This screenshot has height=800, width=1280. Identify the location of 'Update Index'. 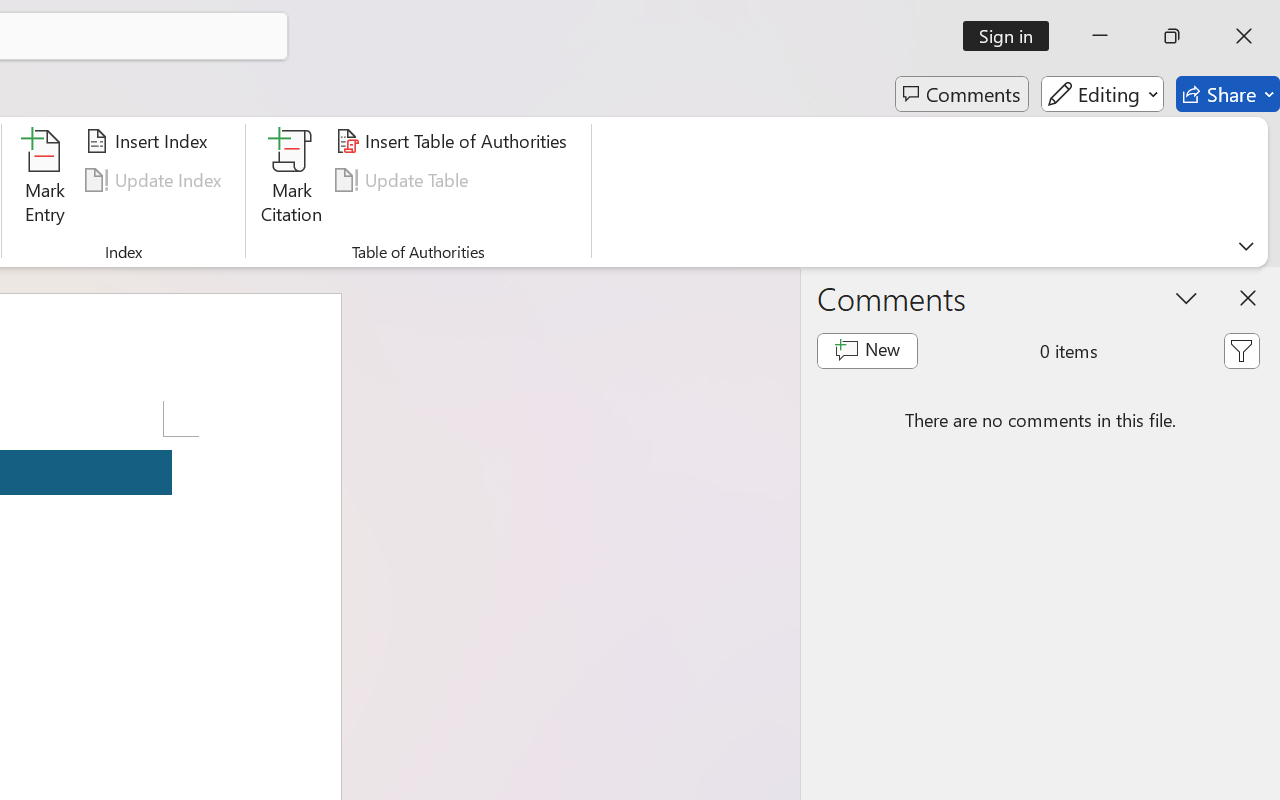
(155, 179).